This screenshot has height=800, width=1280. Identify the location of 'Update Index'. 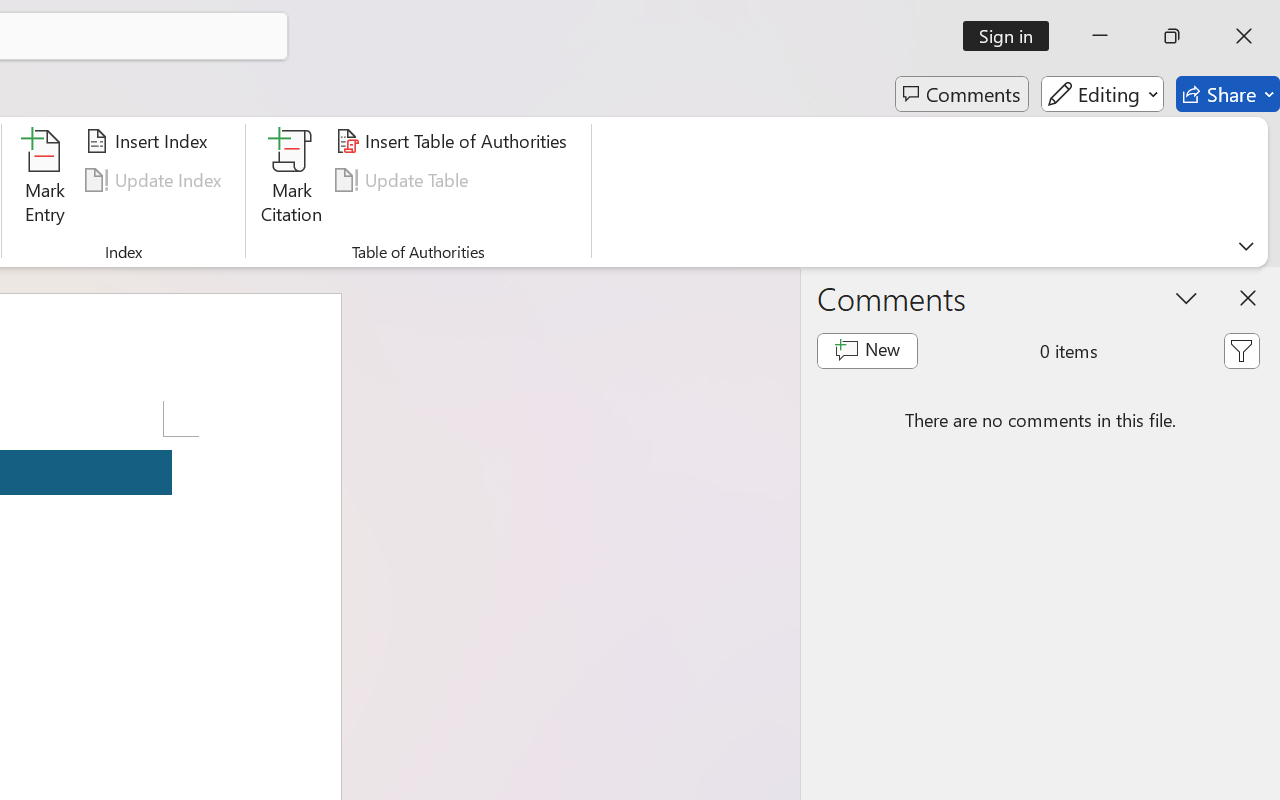
(155, 179).